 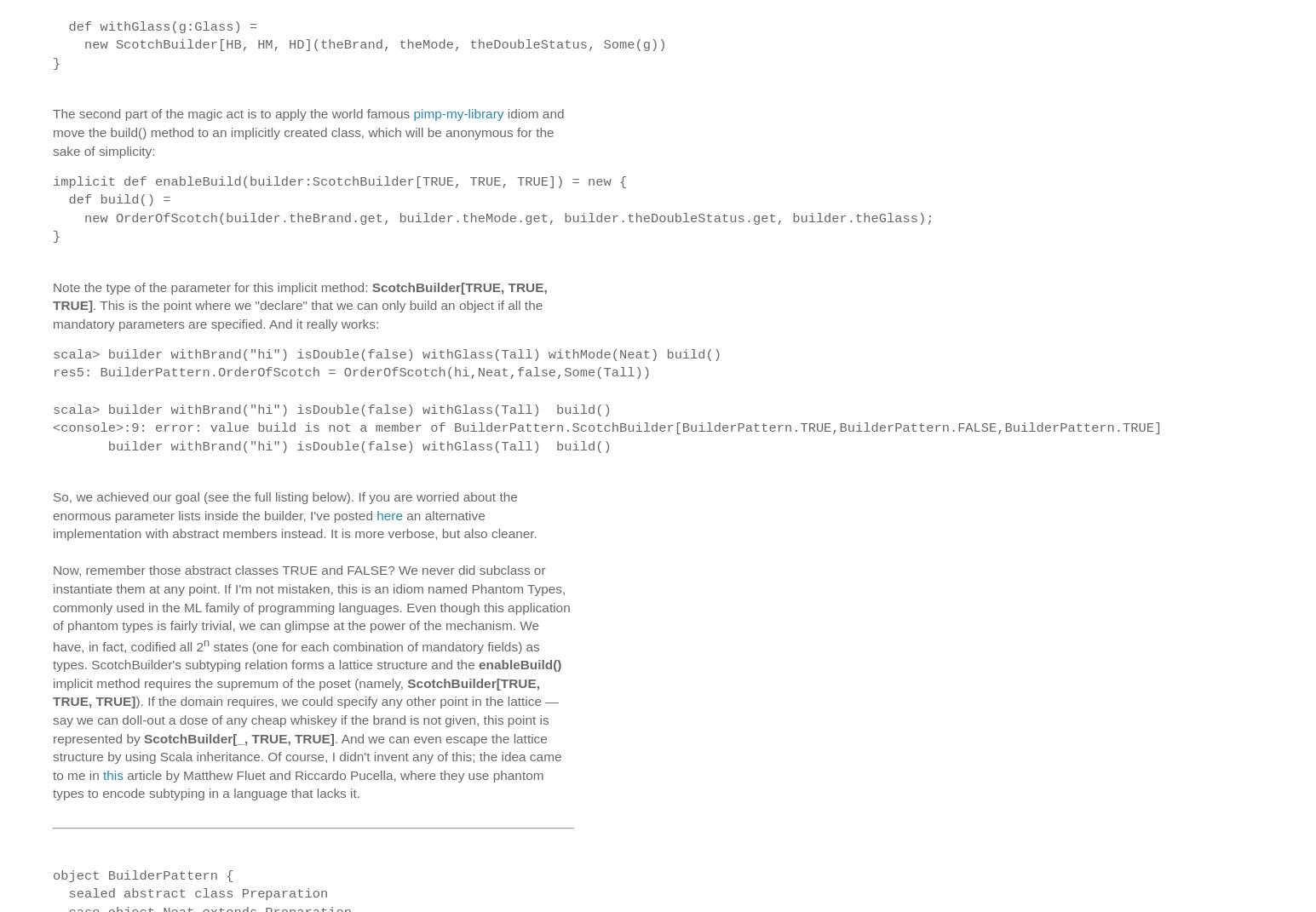 I want to click on '). If the domain requires, we could specify any other point in the lattice — say we can doll-out a dose of any cheap whiskey if the brand is not given, this point is represented by', so click(x=304, y=720).